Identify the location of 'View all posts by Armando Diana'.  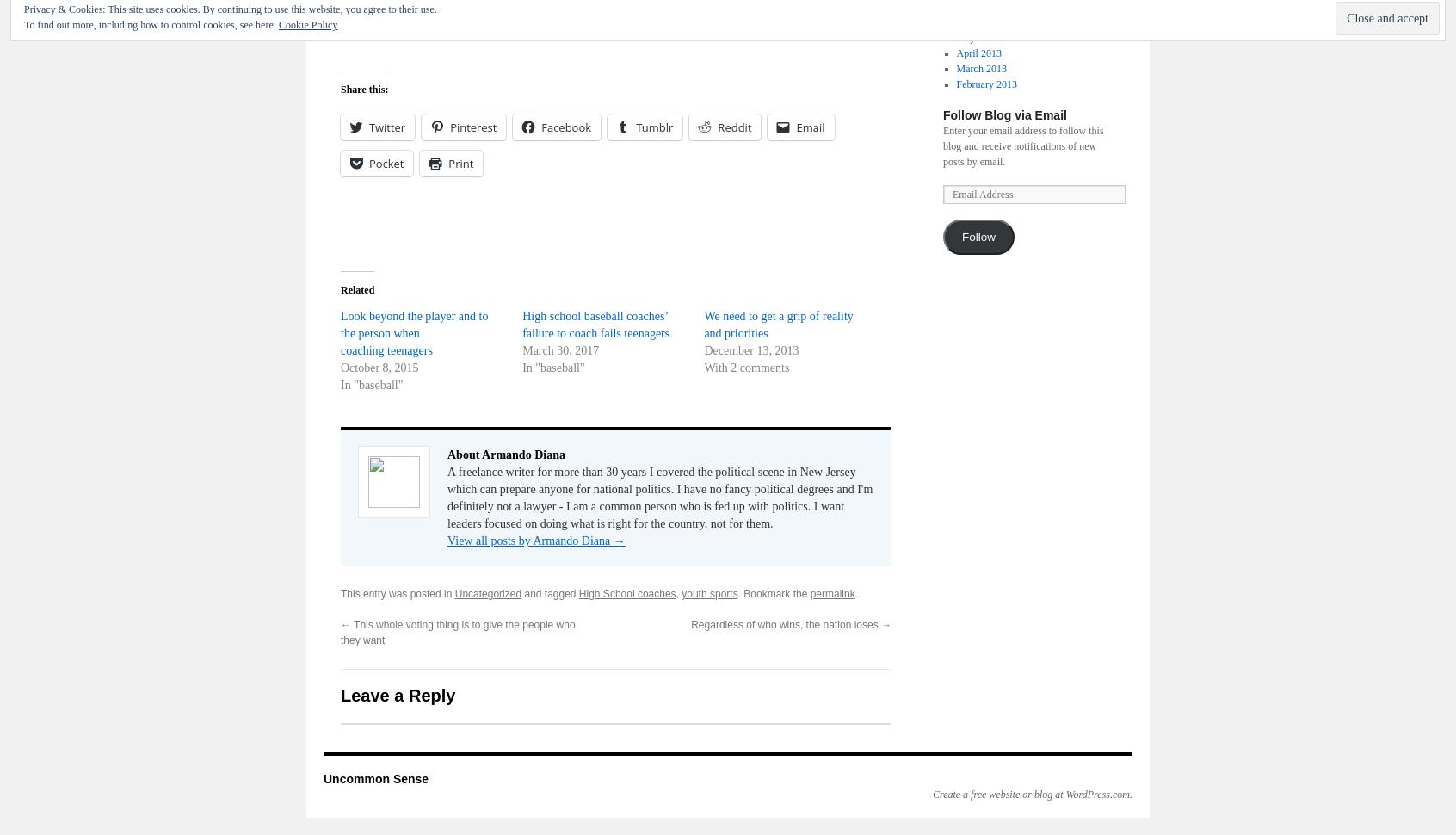
(529, 541).